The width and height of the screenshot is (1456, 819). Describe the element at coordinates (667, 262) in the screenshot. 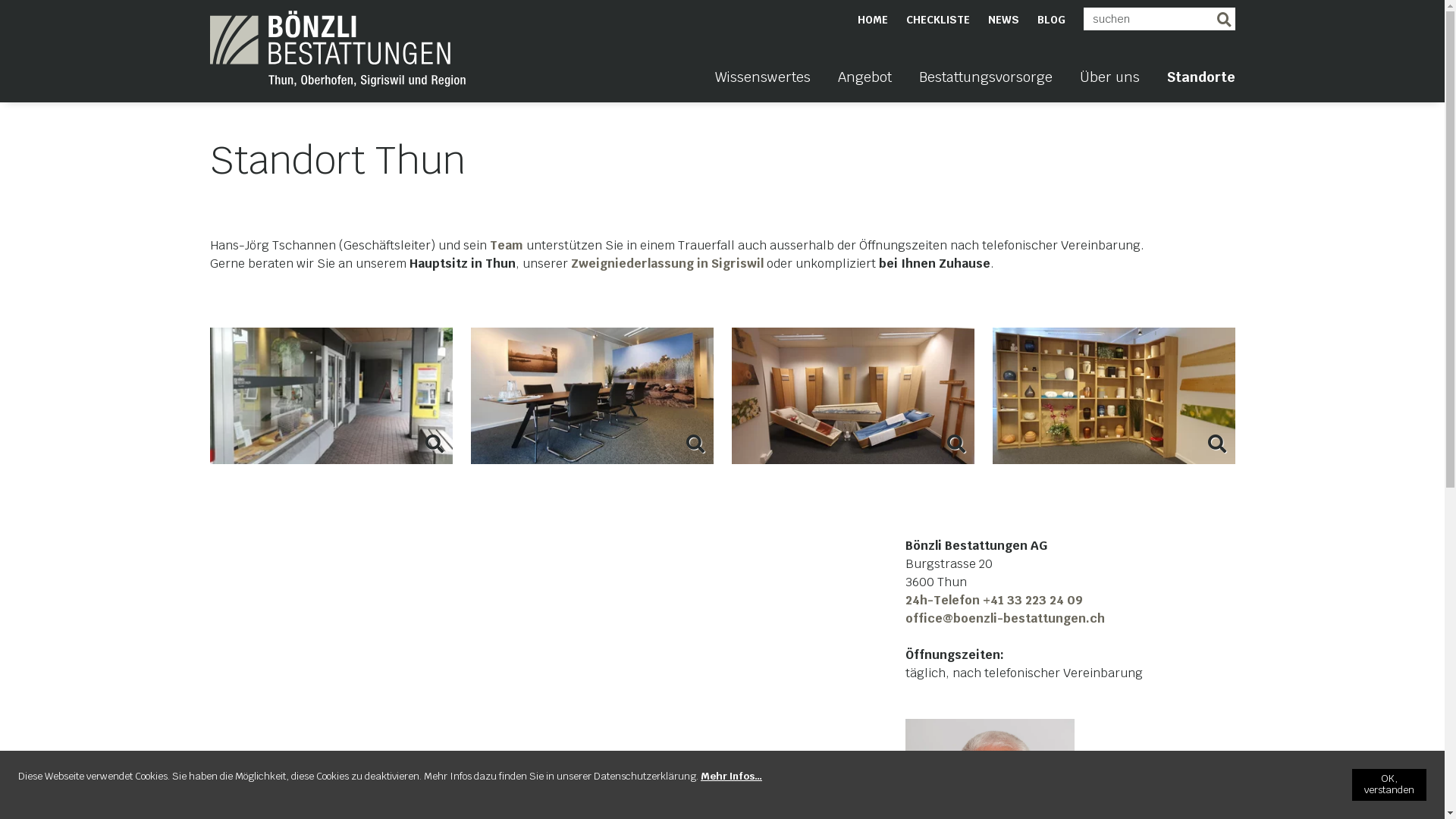

I see `'Zweigniederlassung in Sigriswil'` at that location.